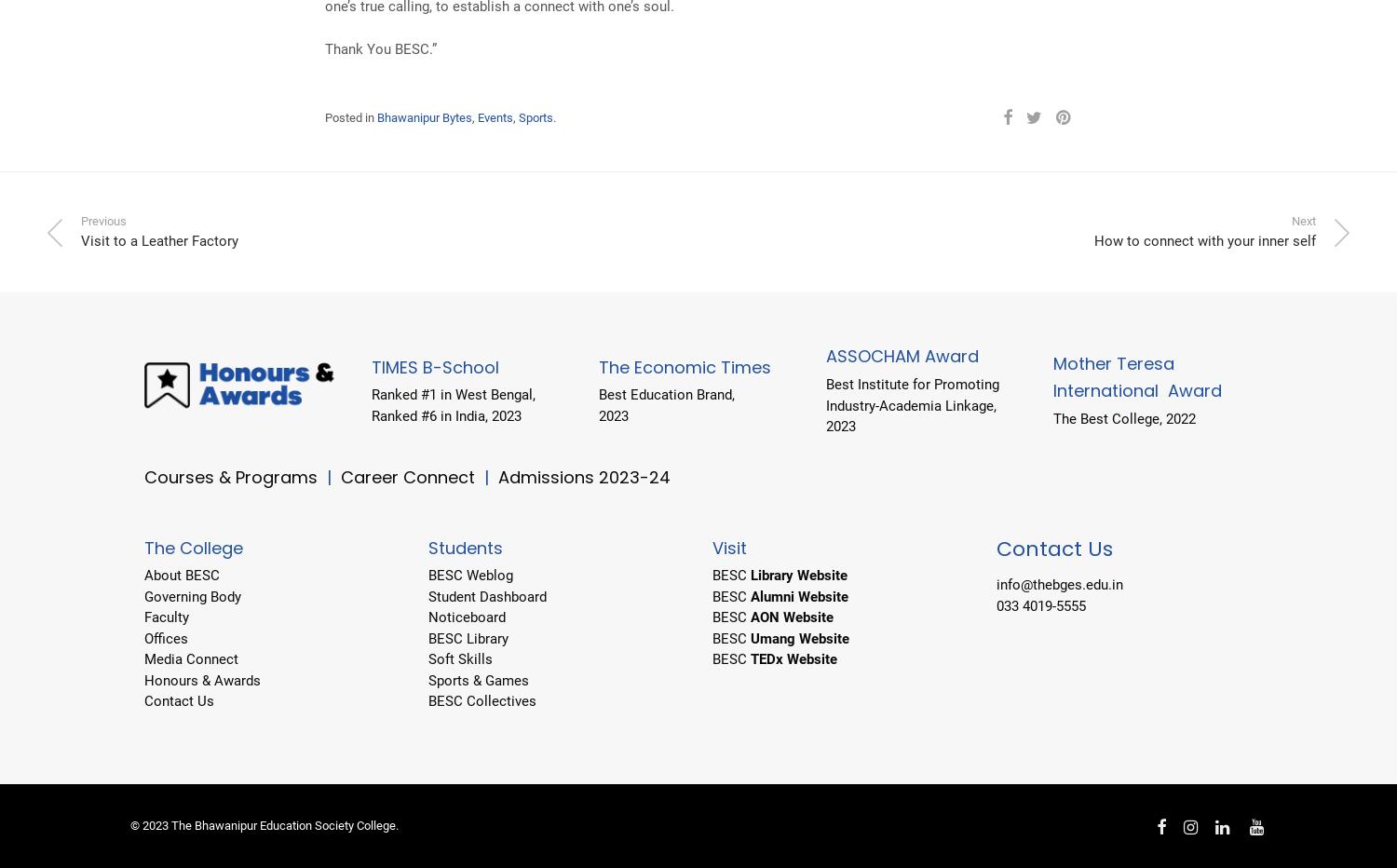  I want to click on 'Career Connect', so click(409, 475).